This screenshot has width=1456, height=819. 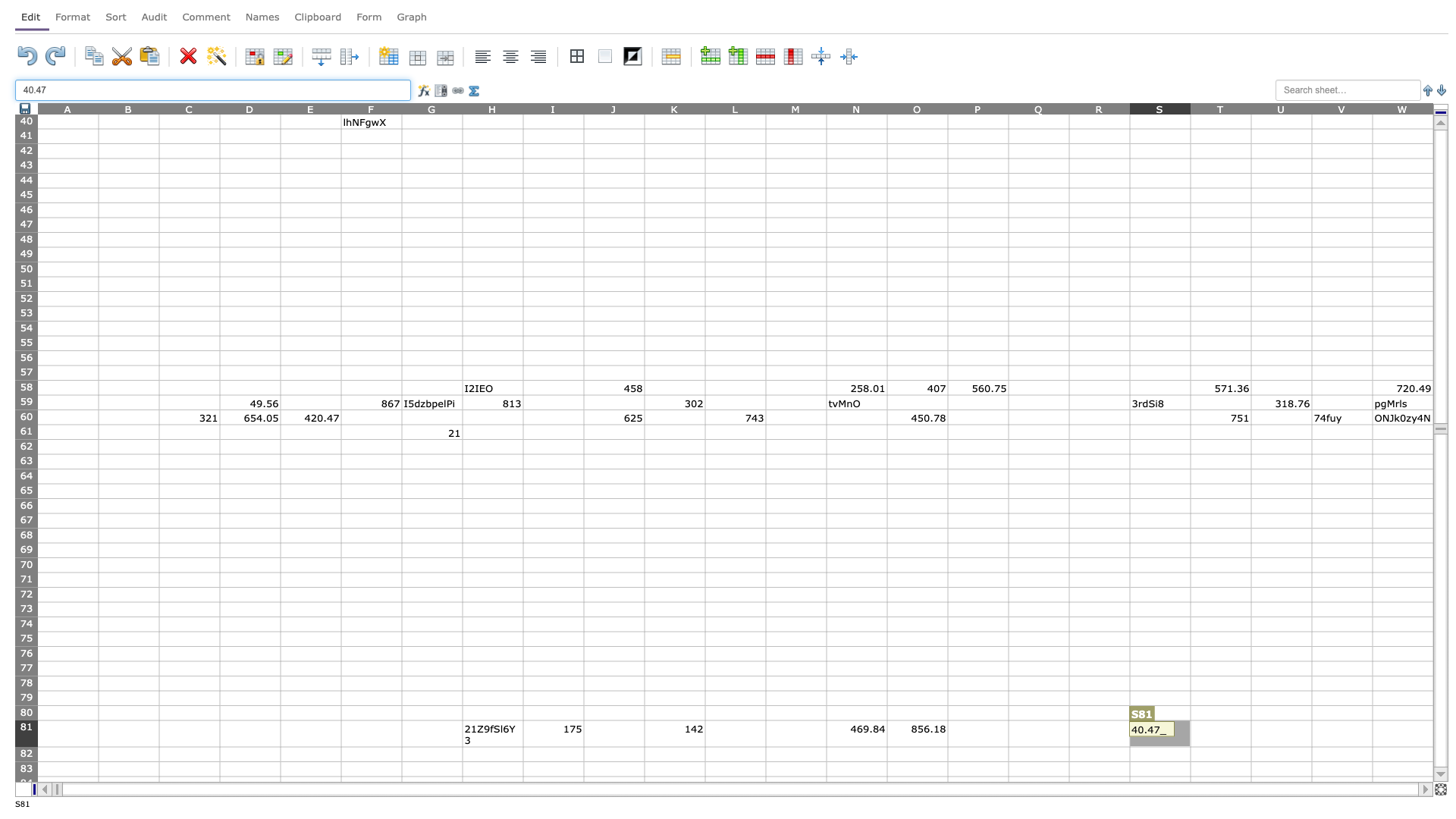 I want to click on right border of T81, so click(x=1251, y=733).